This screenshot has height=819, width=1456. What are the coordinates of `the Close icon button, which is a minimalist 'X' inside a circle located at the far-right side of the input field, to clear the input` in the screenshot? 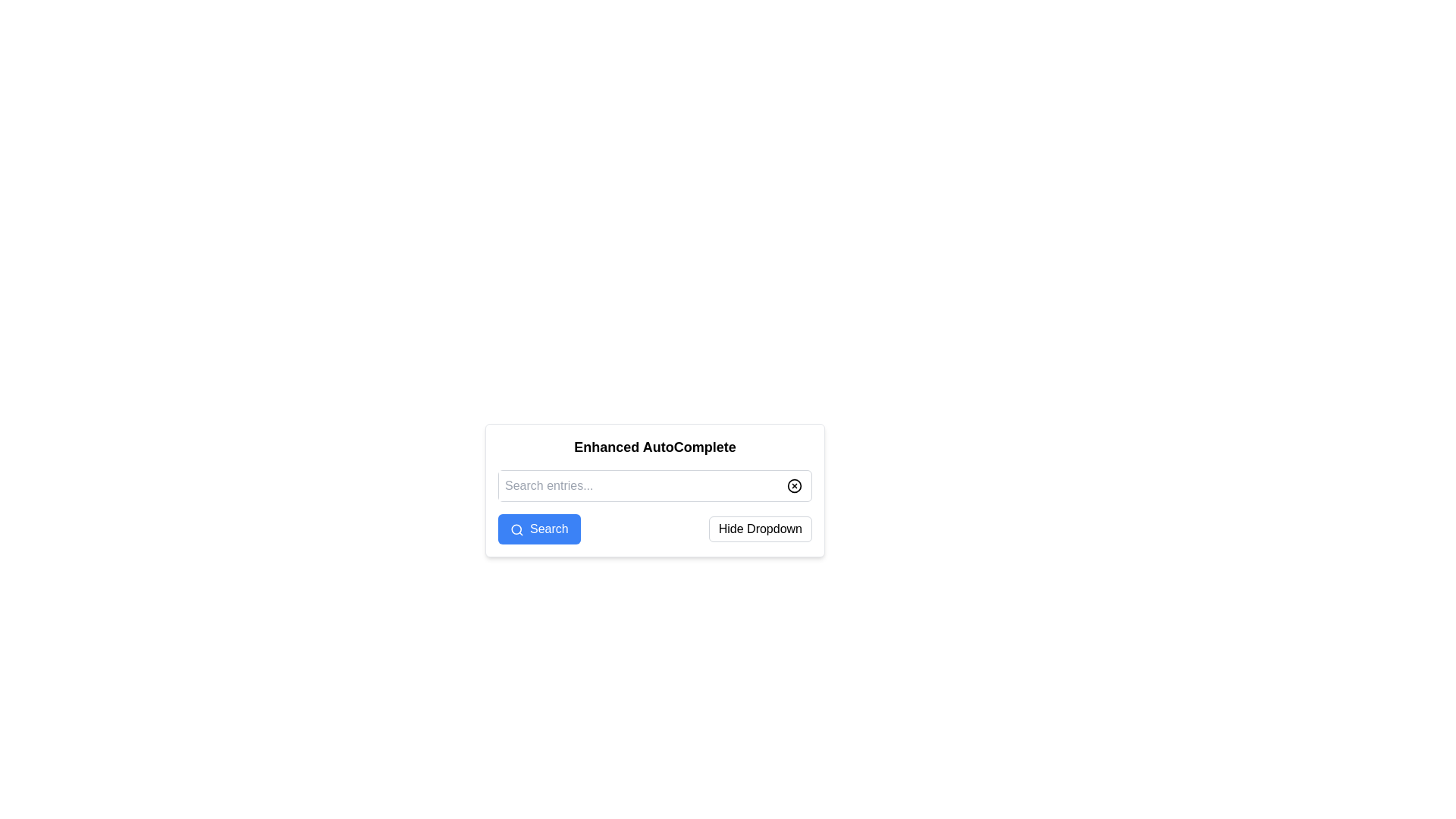 It's located at (793, 485).